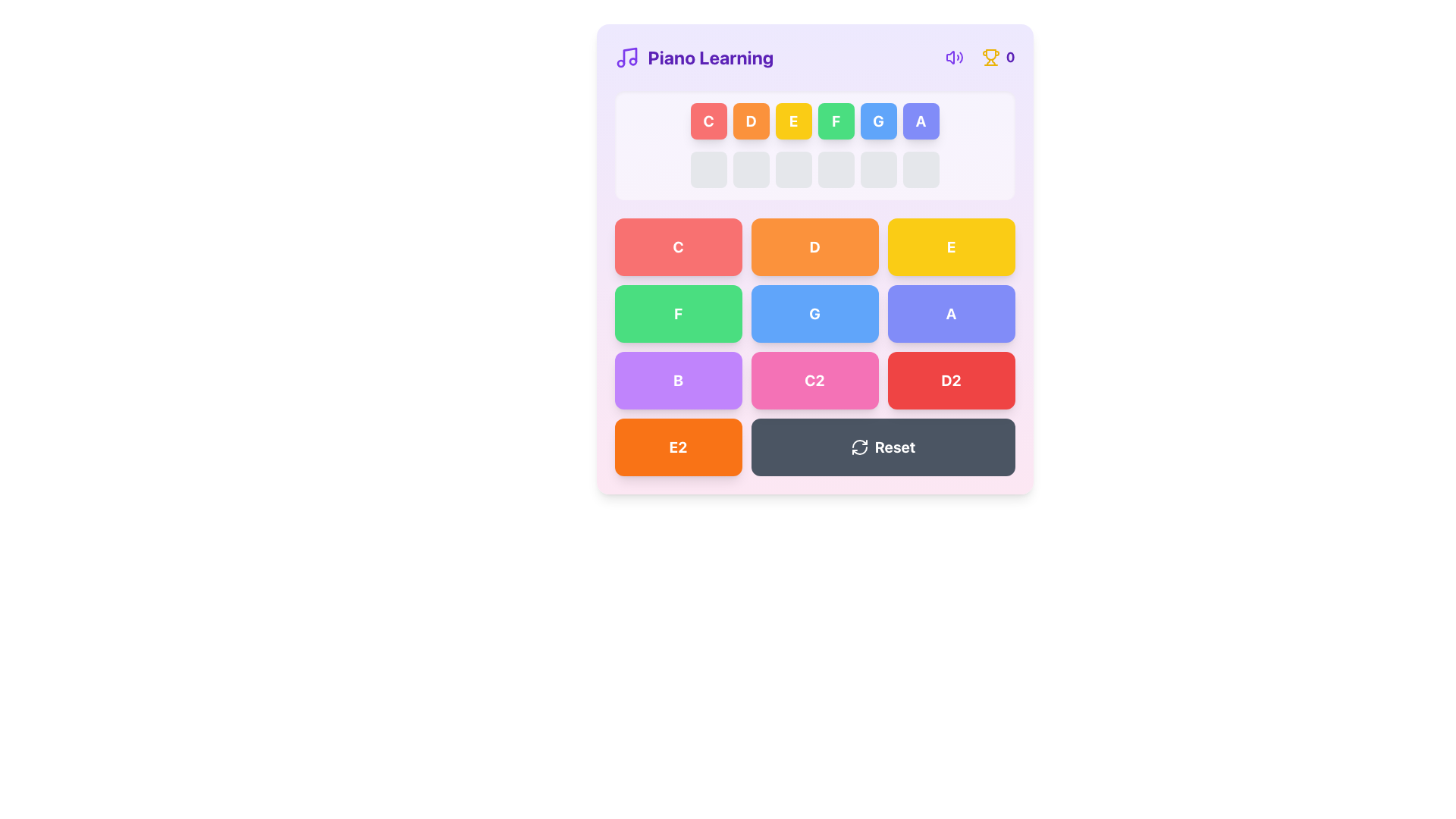 Image resolution: width=1456 pixels, height=819 pixels. Describe the element at coordinates (895, 447) in the screenshot. I see `the Button Label that allows users to reset some state or setting, located in the bottom center of the interface` at that location.